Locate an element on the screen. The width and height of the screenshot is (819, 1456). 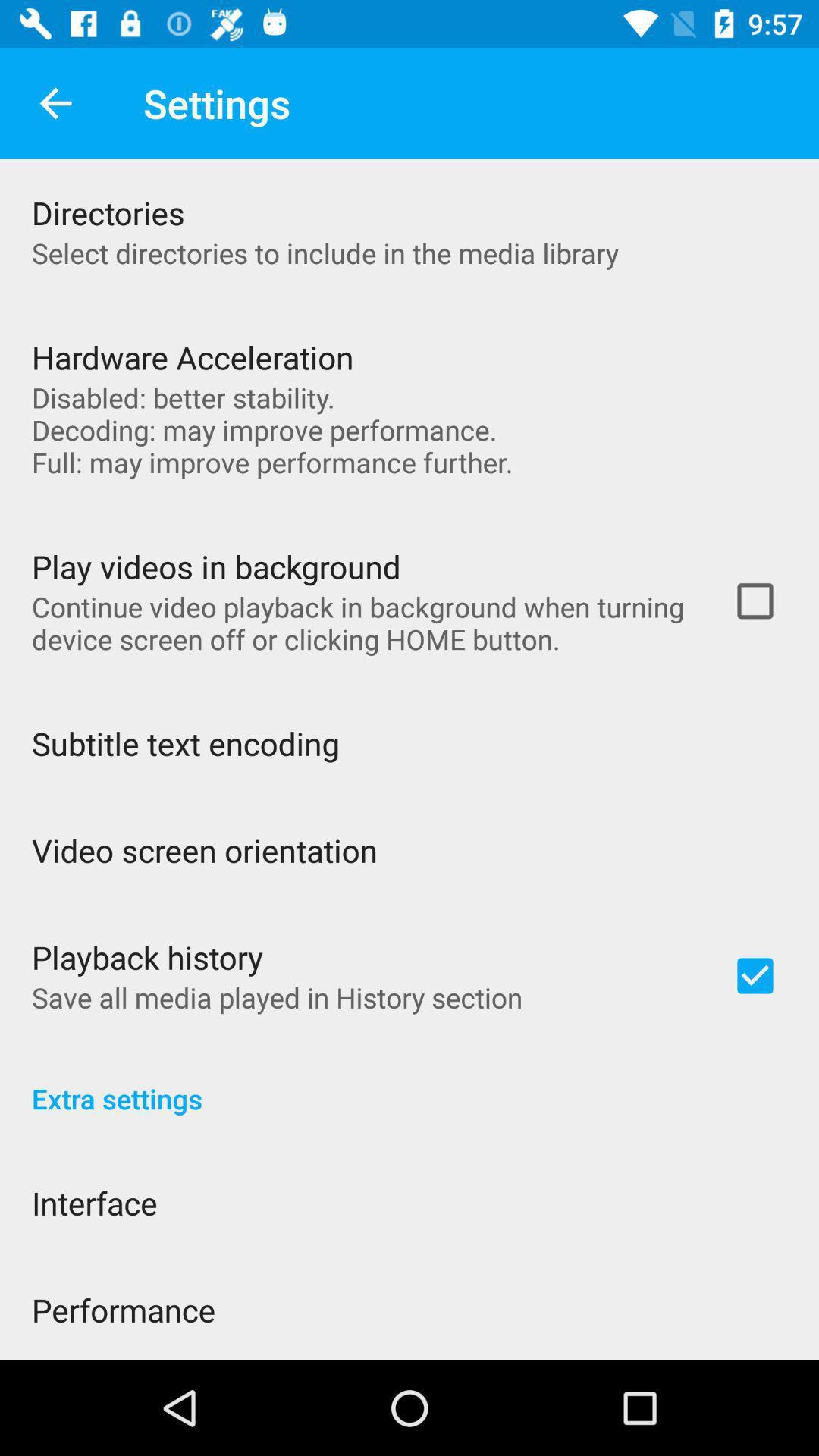
icon which is right to text play back history is located at coordinates (755, 975).